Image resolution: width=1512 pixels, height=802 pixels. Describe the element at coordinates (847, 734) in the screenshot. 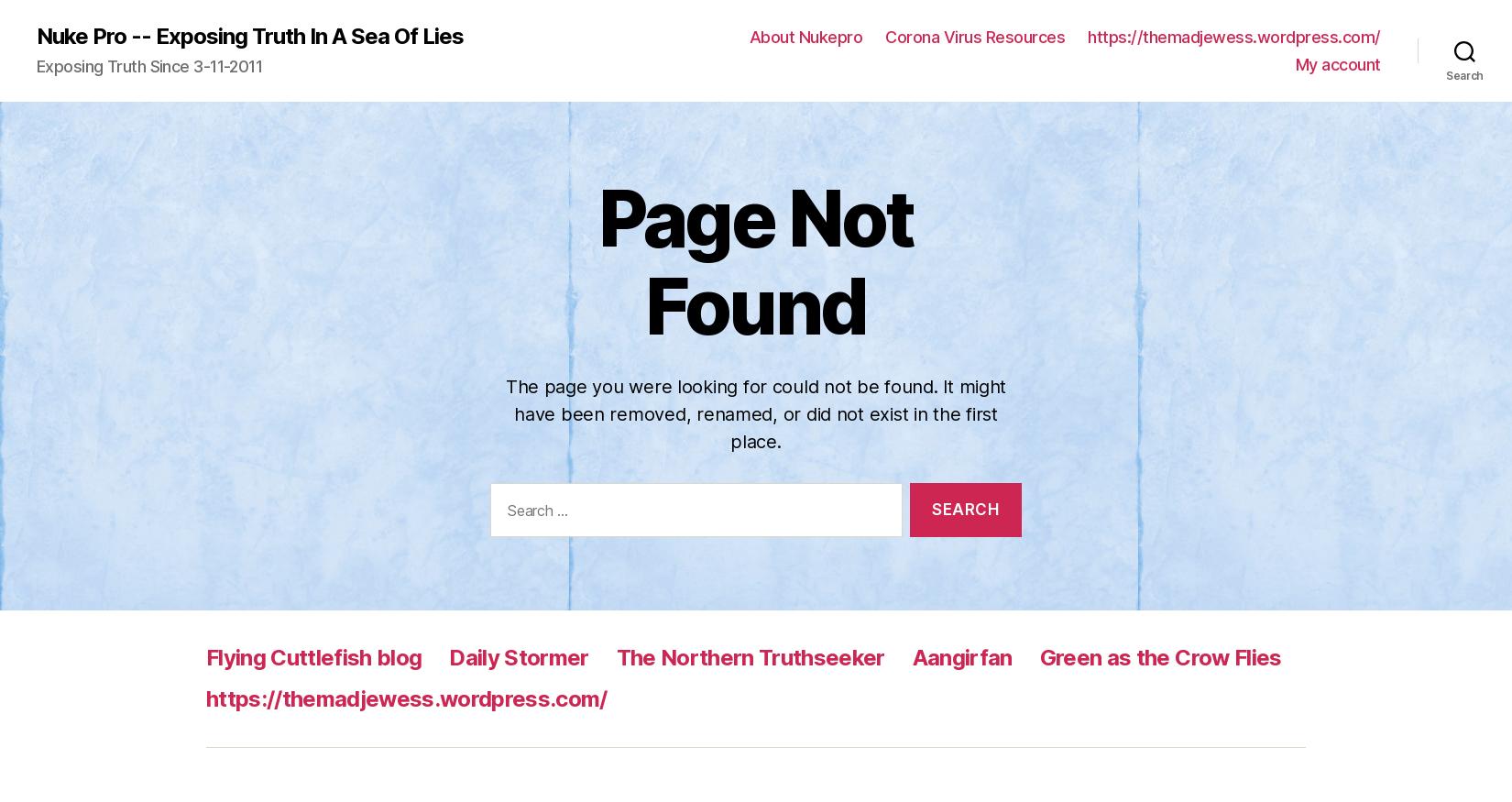

I see `'October 2022'` at that location.